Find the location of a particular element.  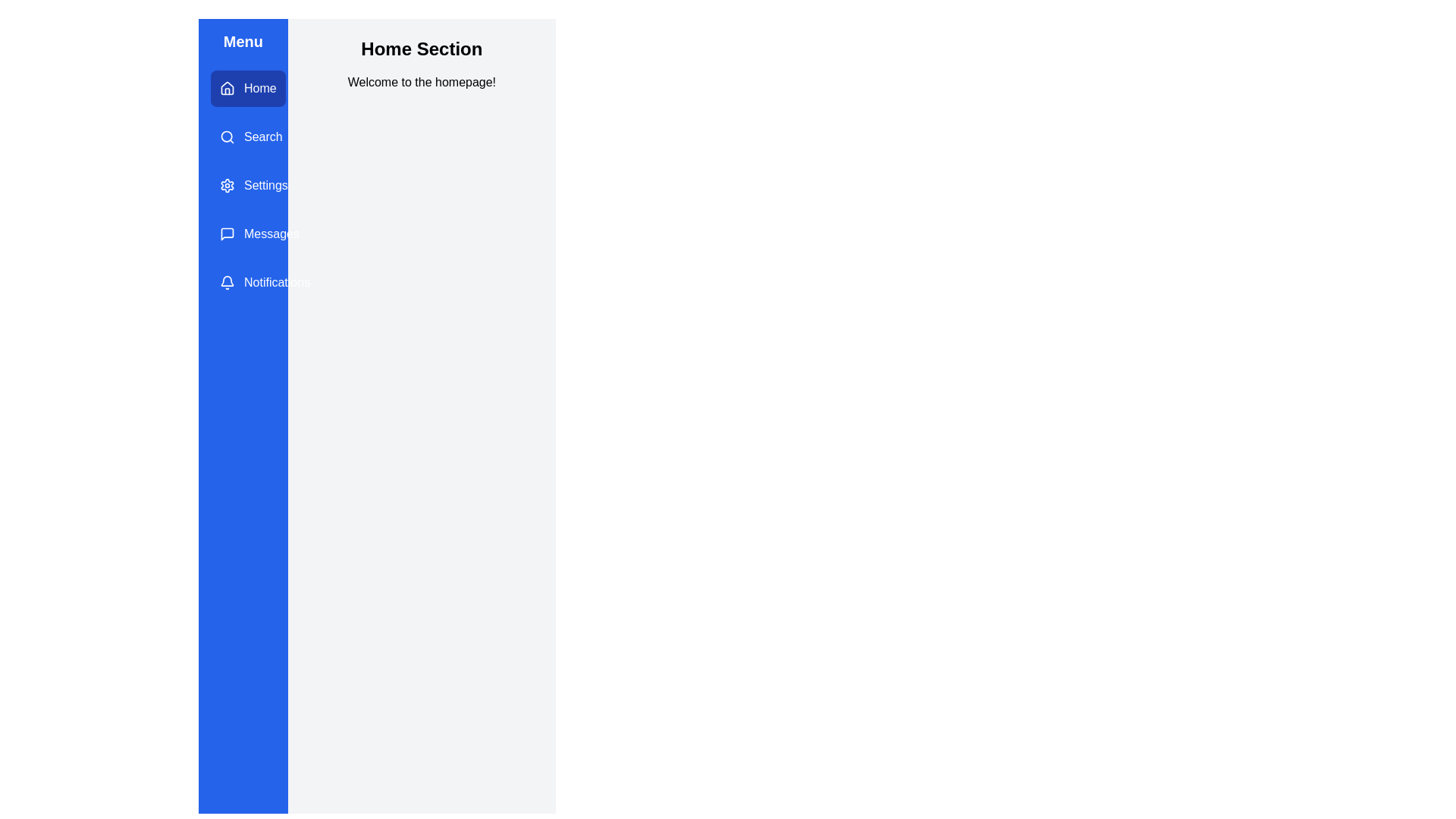

the 'Settings' navigation link located in the left-side menu, which is the third option below 'Search' and above 'Messages' is located at coordinates (265, 185).